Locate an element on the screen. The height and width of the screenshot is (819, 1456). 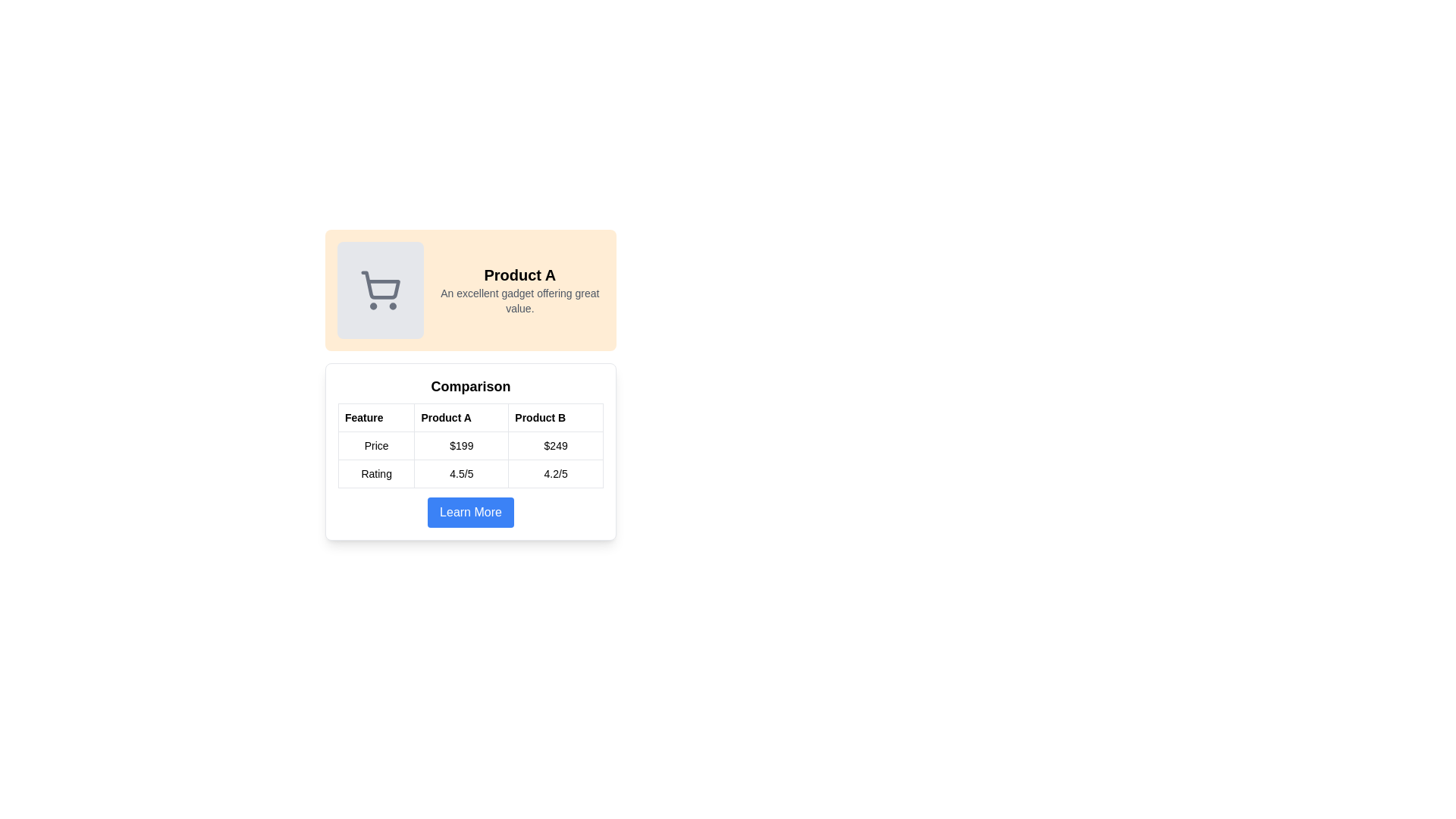
Table header row of the comparison table, which provides labels for the columns, located below the 'Comparison' heading, for debugging purposes is located at coordinates (469, 418).